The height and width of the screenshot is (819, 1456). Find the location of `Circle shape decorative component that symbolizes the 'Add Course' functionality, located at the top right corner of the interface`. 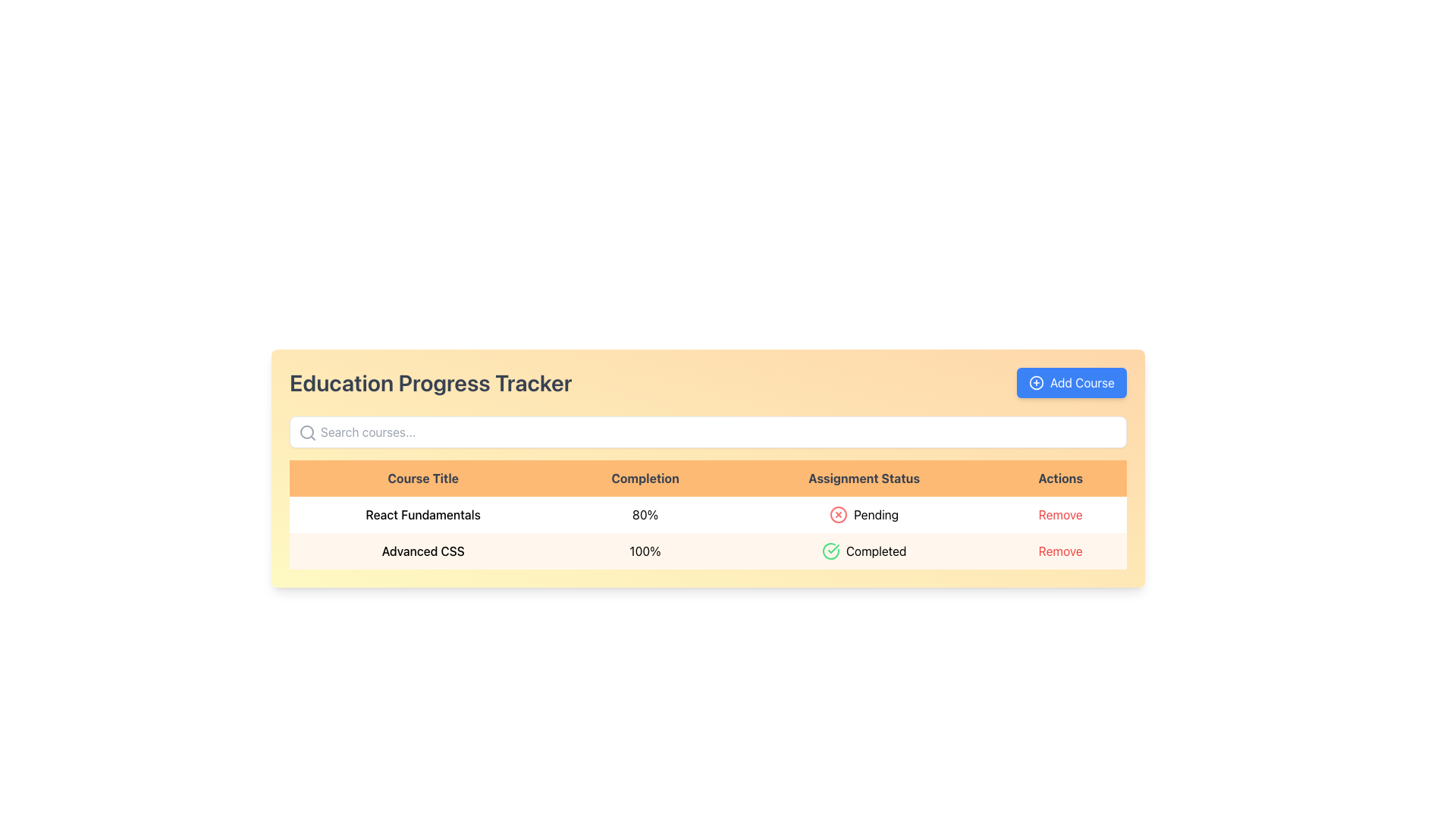

Circle shape decorative component that symbolizes the 'Add Course' functionality, located at the top right corner of the interface is located at coordinates (1036, 382).